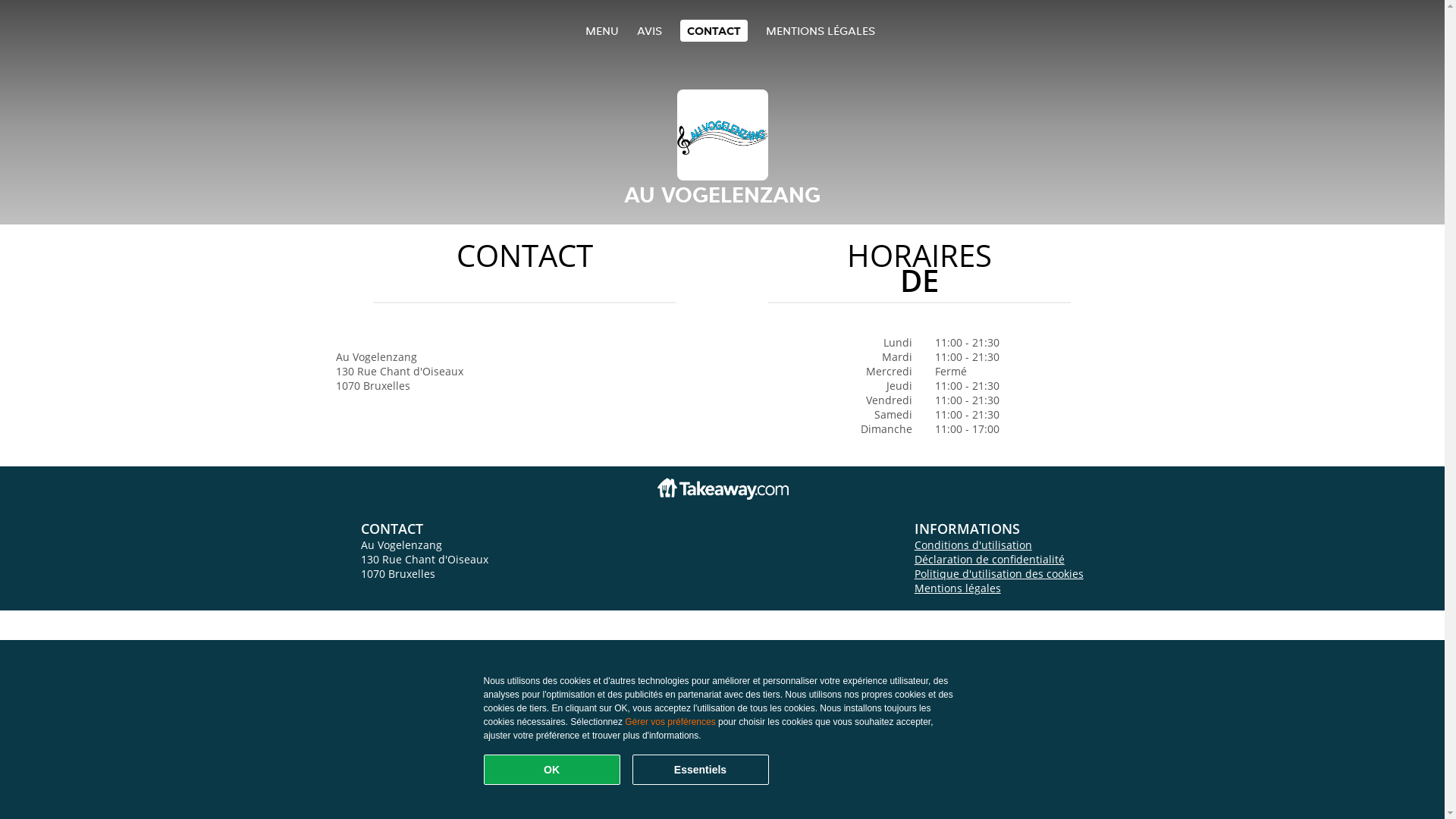 This screenshot has height=819, width=1456. What do you see at coordinates (699, 769) in the screenshot?
I see `'Essentiels'` at bounding box center [699, 769].